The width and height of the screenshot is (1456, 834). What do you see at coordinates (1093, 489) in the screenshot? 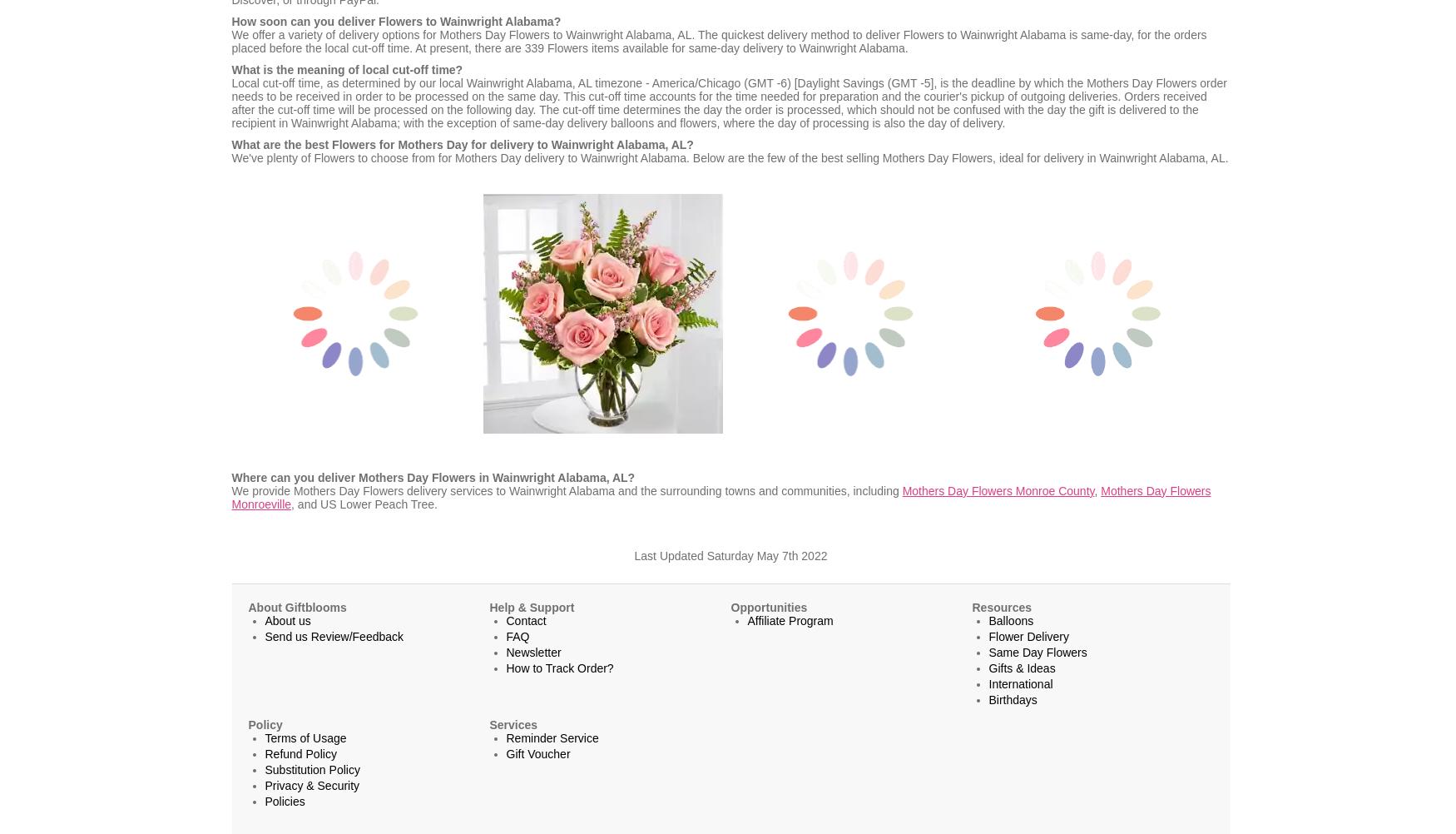
I see `','` at bounding box center [1093, 489].